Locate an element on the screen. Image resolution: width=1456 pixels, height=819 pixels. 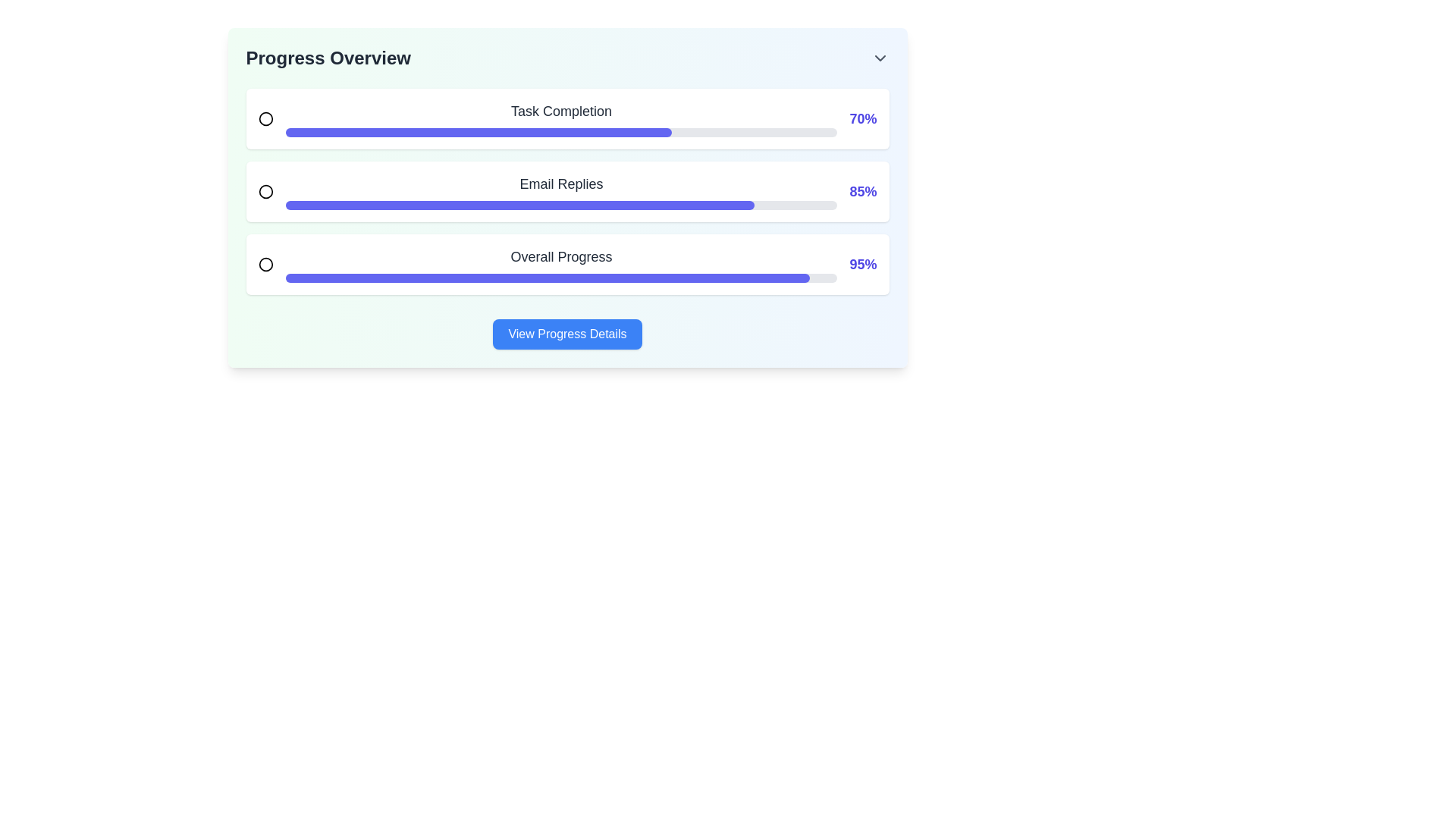
the SVG Circle located near the left side of the 'Overall Progress' progress bar, close to its textual label is located at coordinates (265, 263).